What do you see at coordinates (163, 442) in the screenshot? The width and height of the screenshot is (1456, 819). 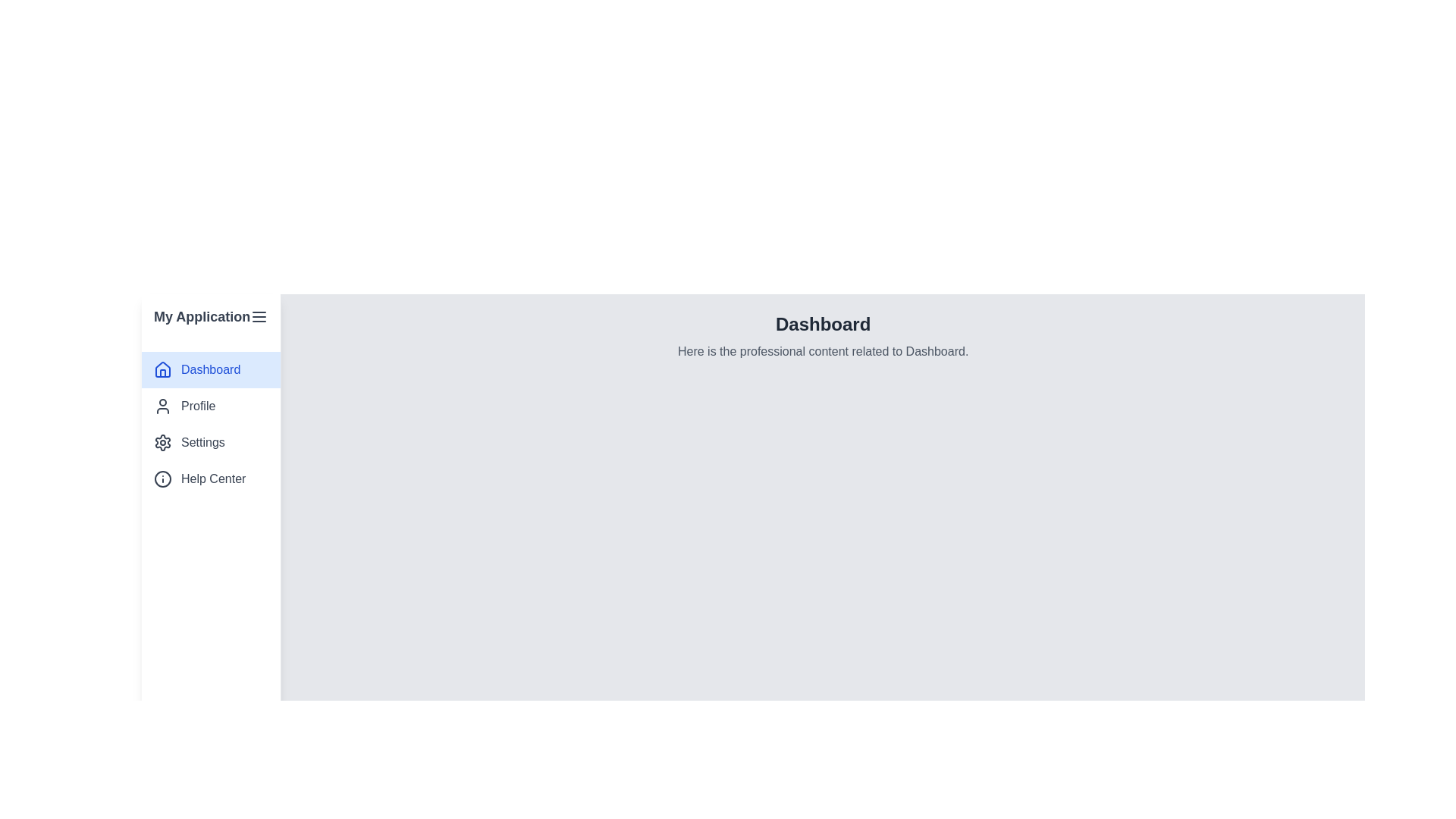 I see `the gear-shaped settings icon located on the navigation menu, aligned with the 'Settings' label` at bounding box center [163, 442].